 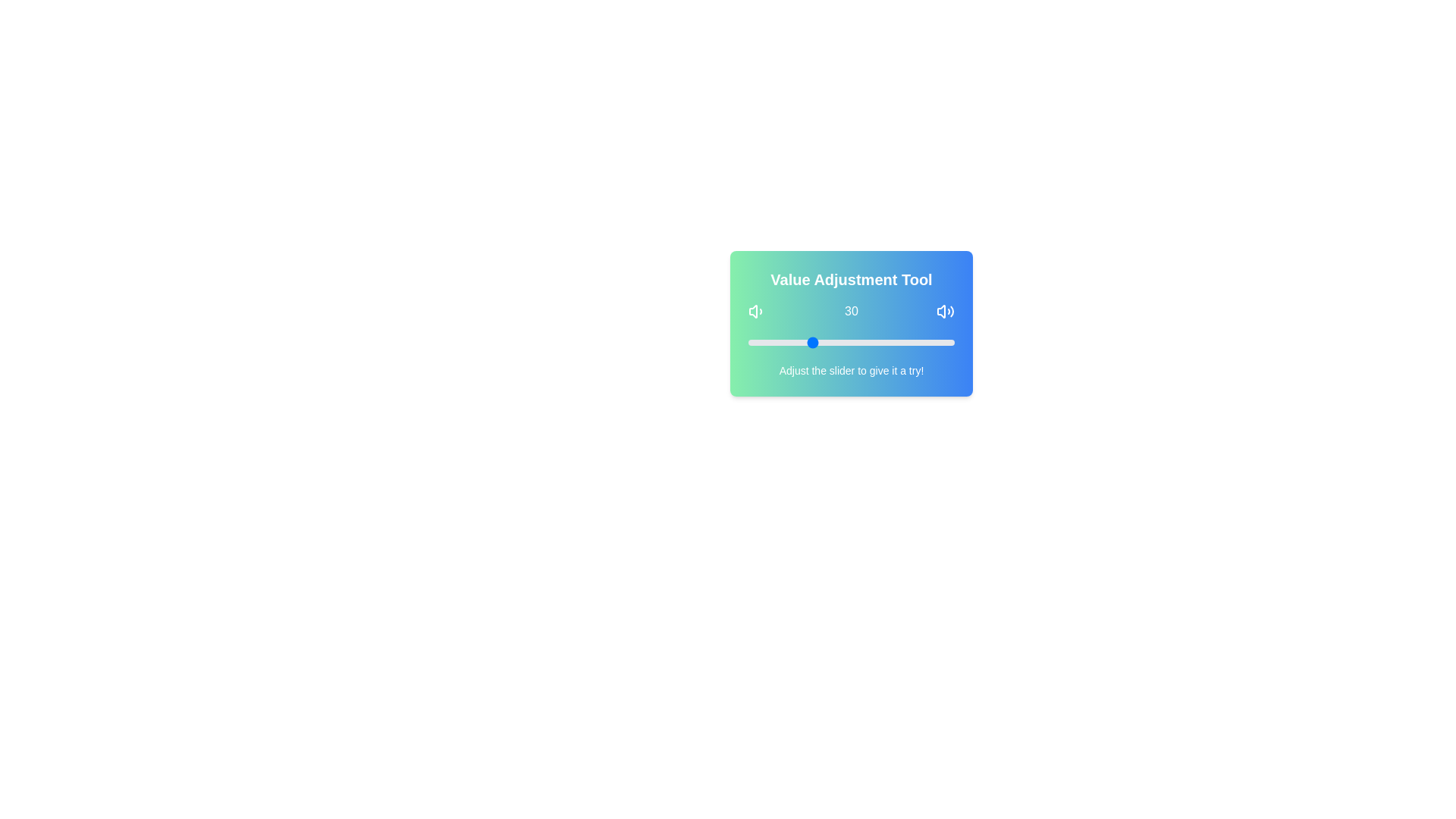 I want to click on the slider, so click(x=880, y=342).